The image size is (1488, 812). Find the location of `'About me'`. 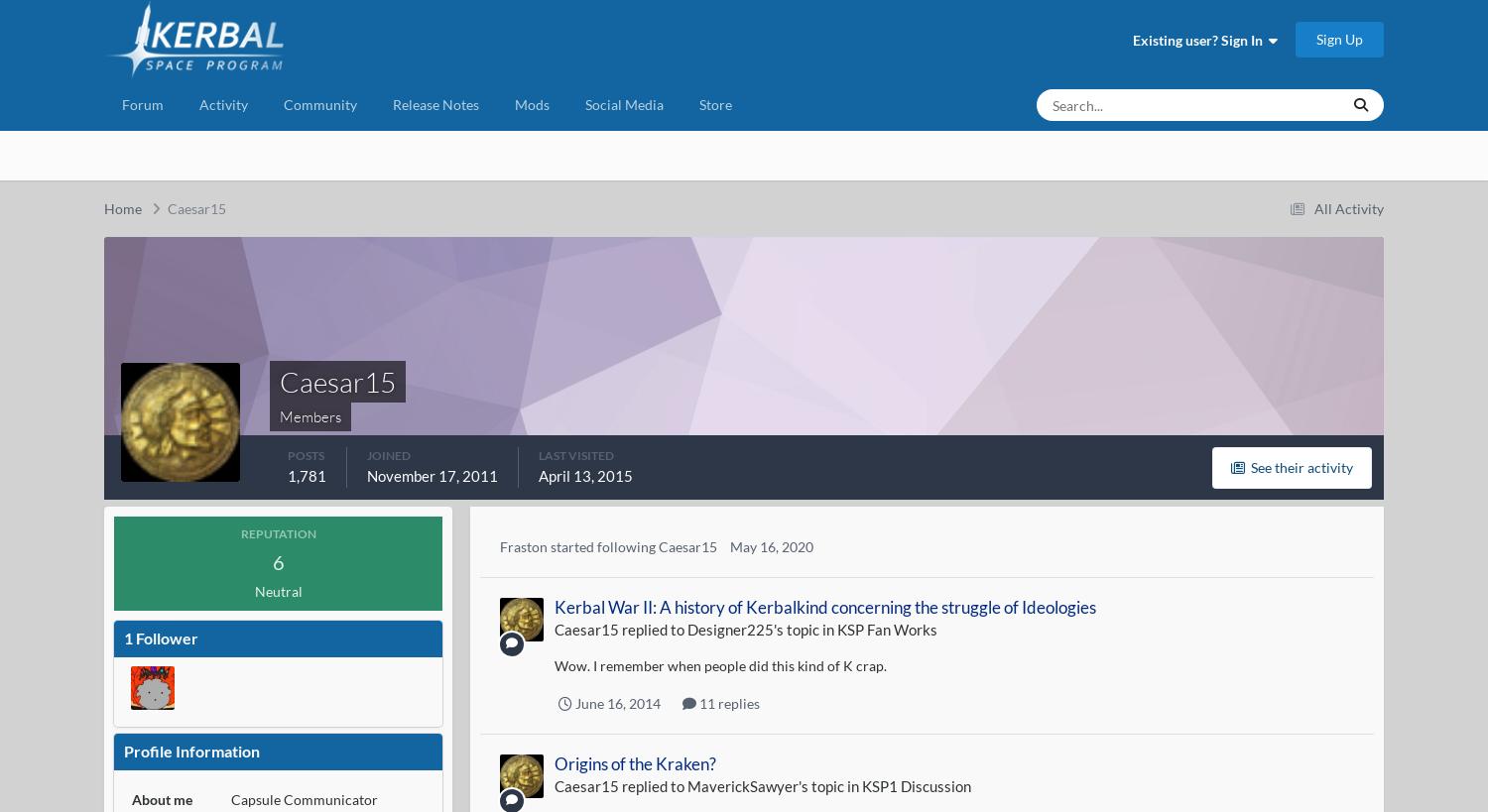

'About me' is located at coordinates (162, 799).